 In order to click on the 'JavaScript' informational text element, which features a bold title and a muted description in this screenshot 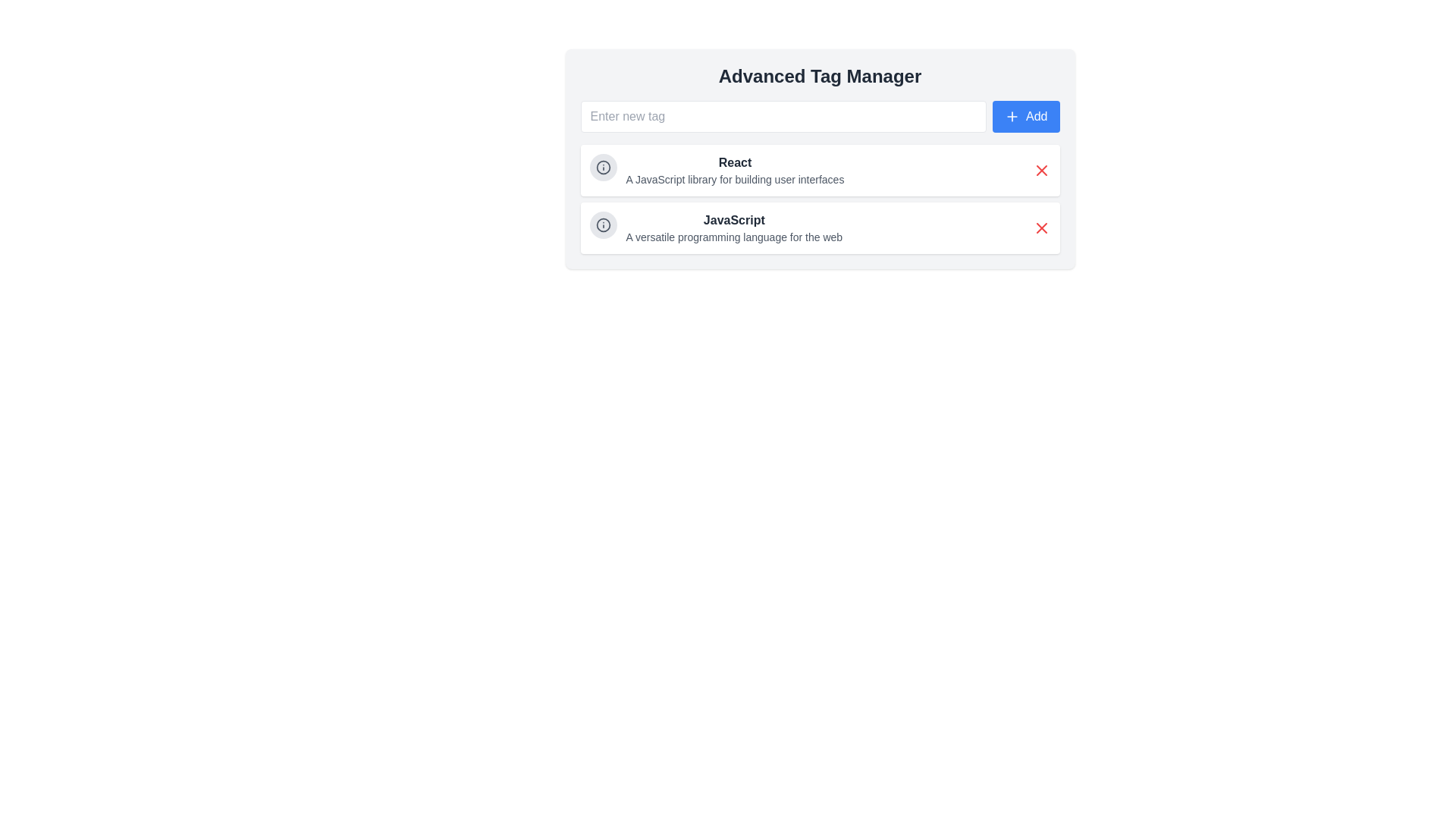, I will do `click(734, 227)`.